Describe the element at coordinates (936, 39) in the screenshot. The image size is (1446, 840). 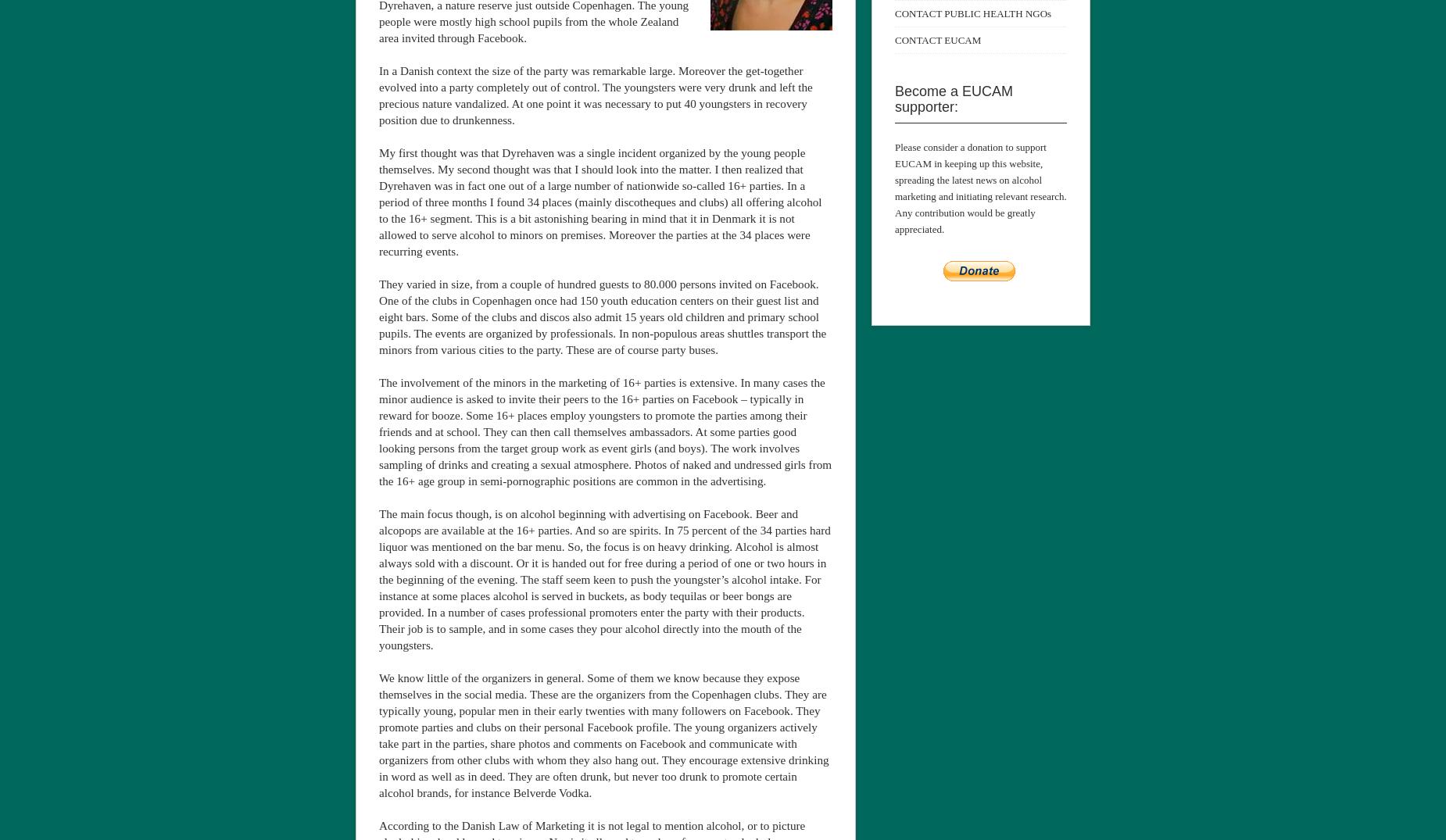
I see `'CONTACT EUCAM'` at that location.